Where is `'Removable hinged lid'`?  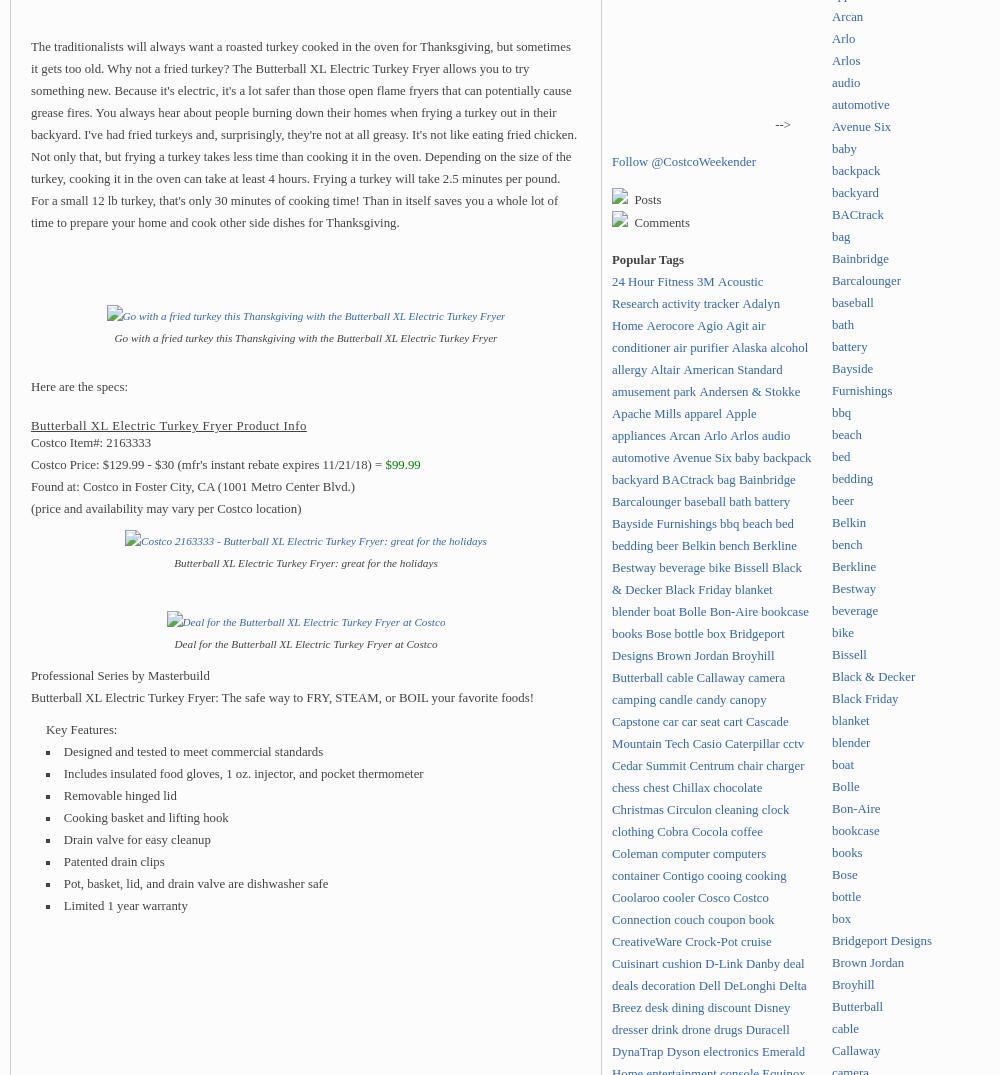 'Removable hinged lid' is located at coordinates (118, 793).